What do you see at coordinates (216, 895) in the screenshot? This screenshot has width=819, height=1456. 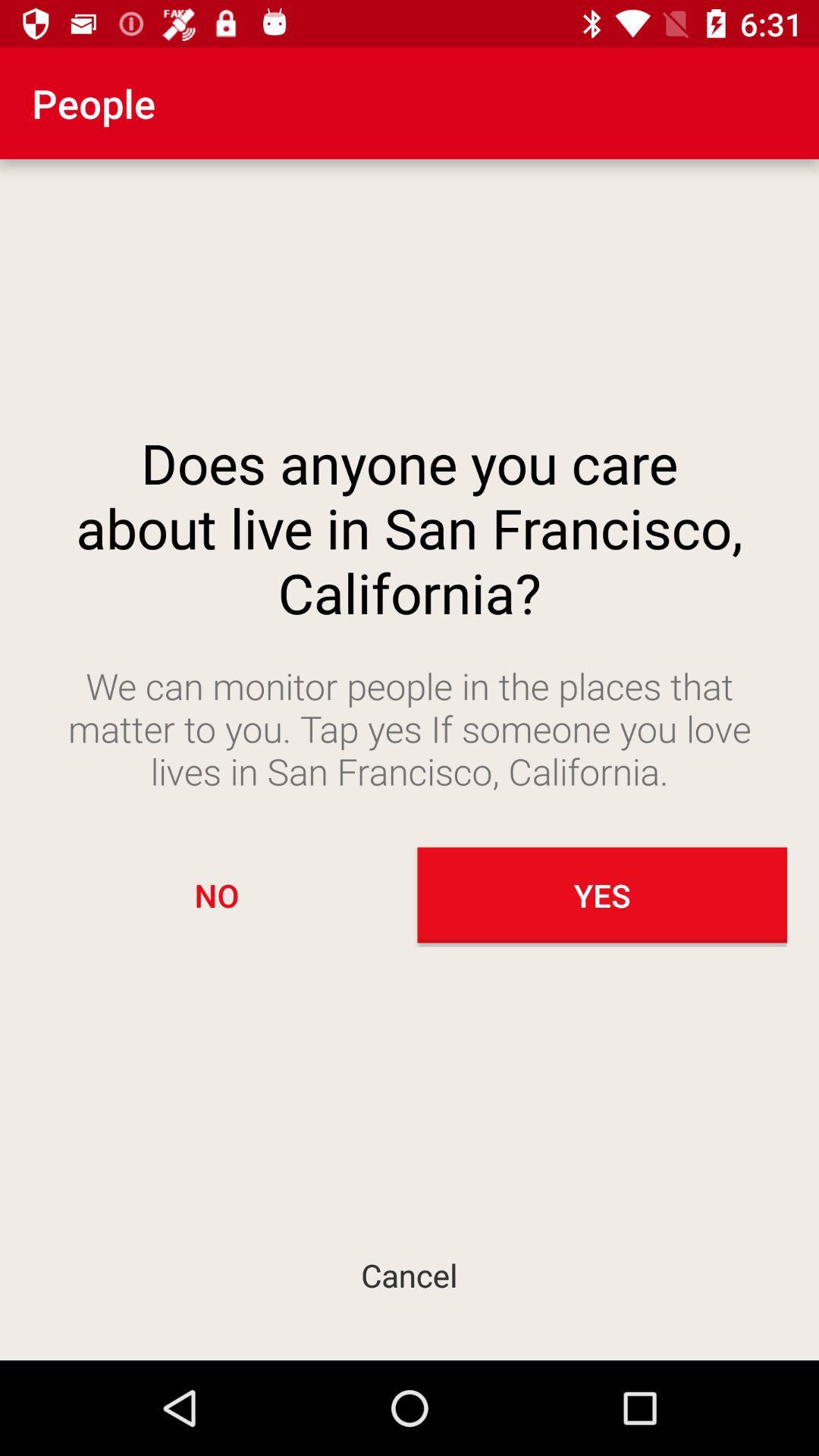 I see `no` at bounding box center [216, 895].